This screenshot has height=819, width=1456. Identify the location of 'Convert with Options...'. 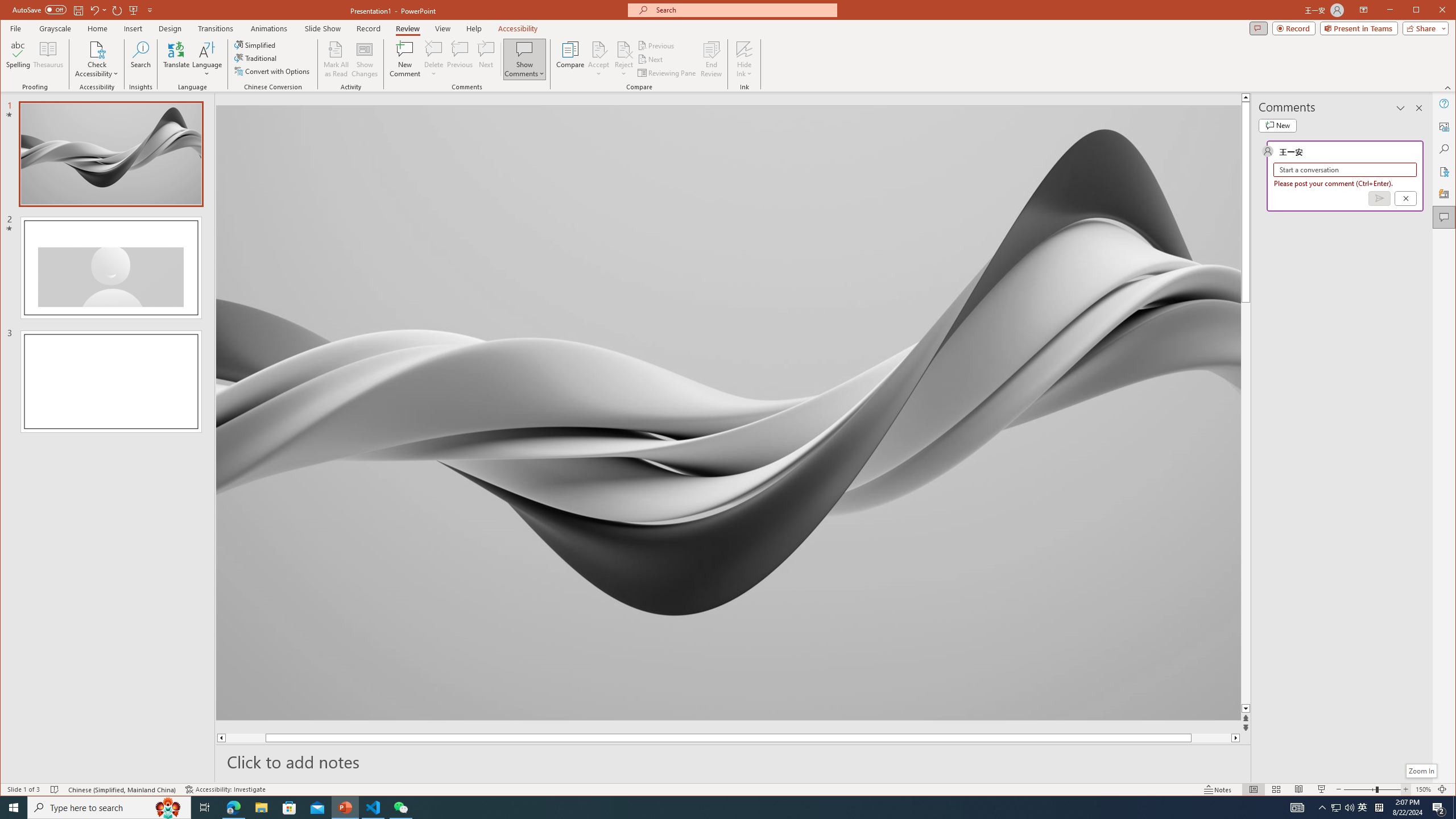
(273, 71).